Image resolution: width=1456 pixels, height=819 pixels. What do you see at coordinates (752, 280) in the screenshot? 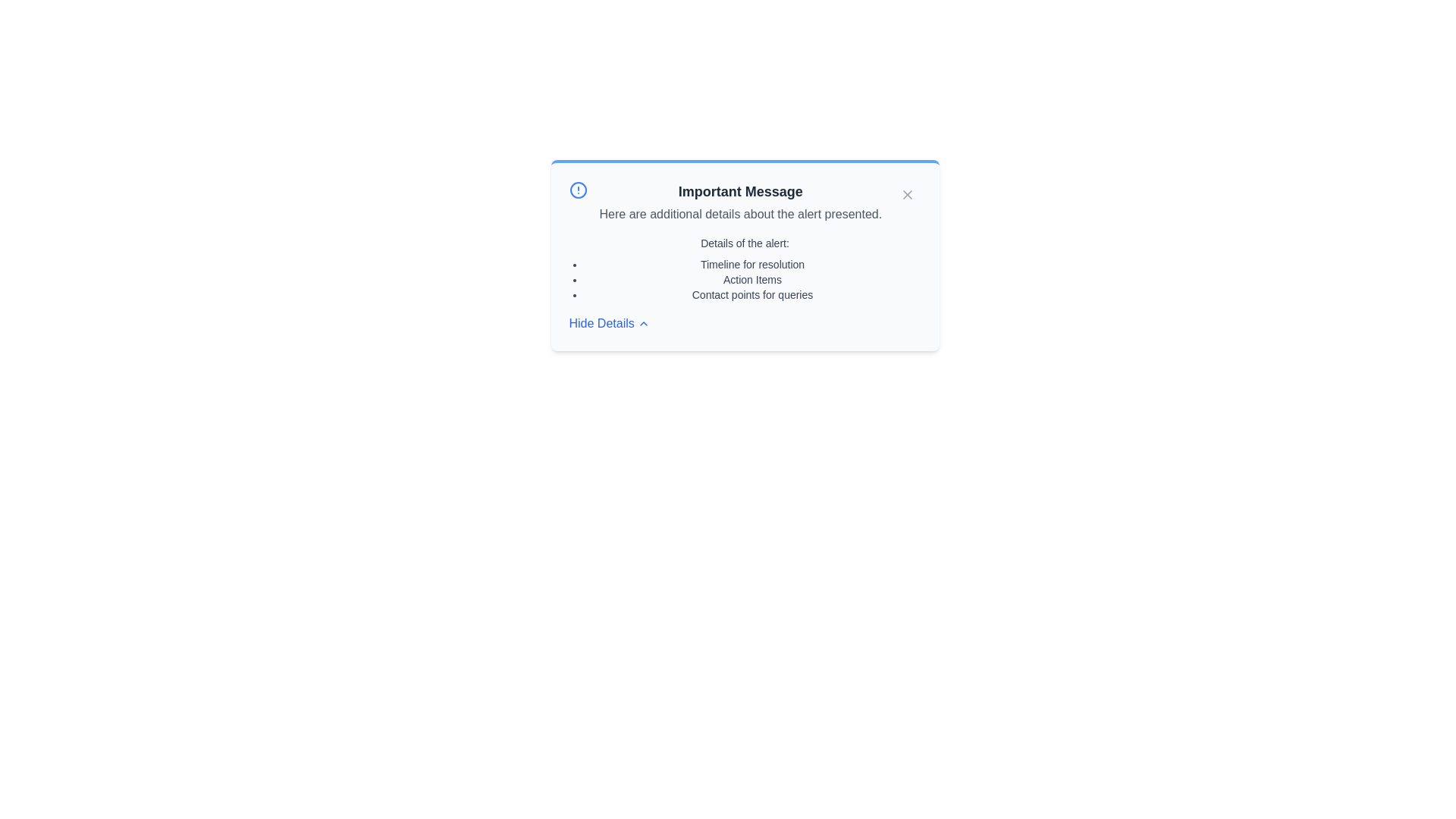
I see `the text label 'Action Items', which is the second item in a bullet-point list under the heading 'Important Message'` at bounding box center [752, 280].